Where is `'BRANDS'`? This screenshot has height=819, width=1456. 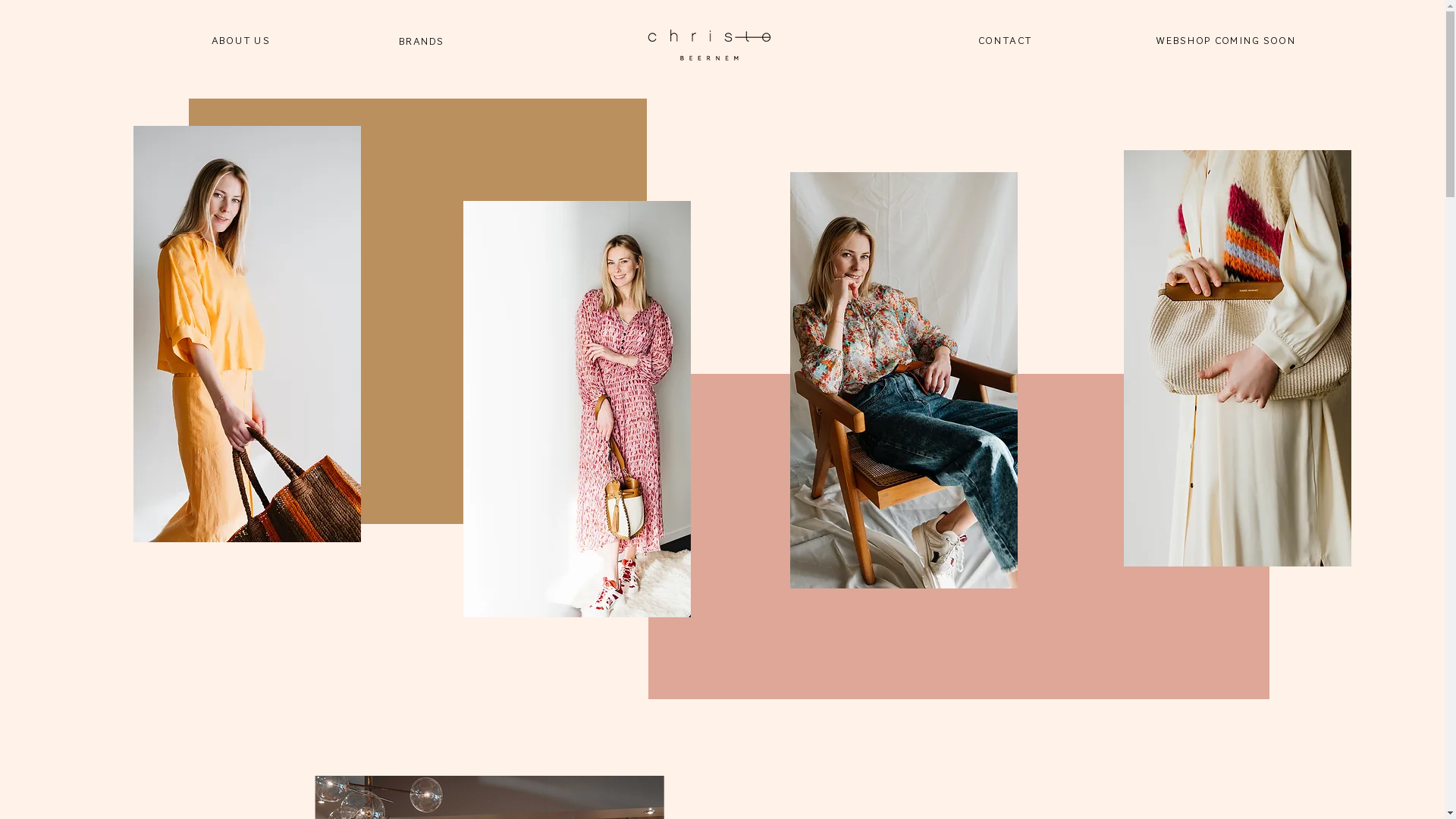 'BRANDS' is located at coordinates (422, 40).